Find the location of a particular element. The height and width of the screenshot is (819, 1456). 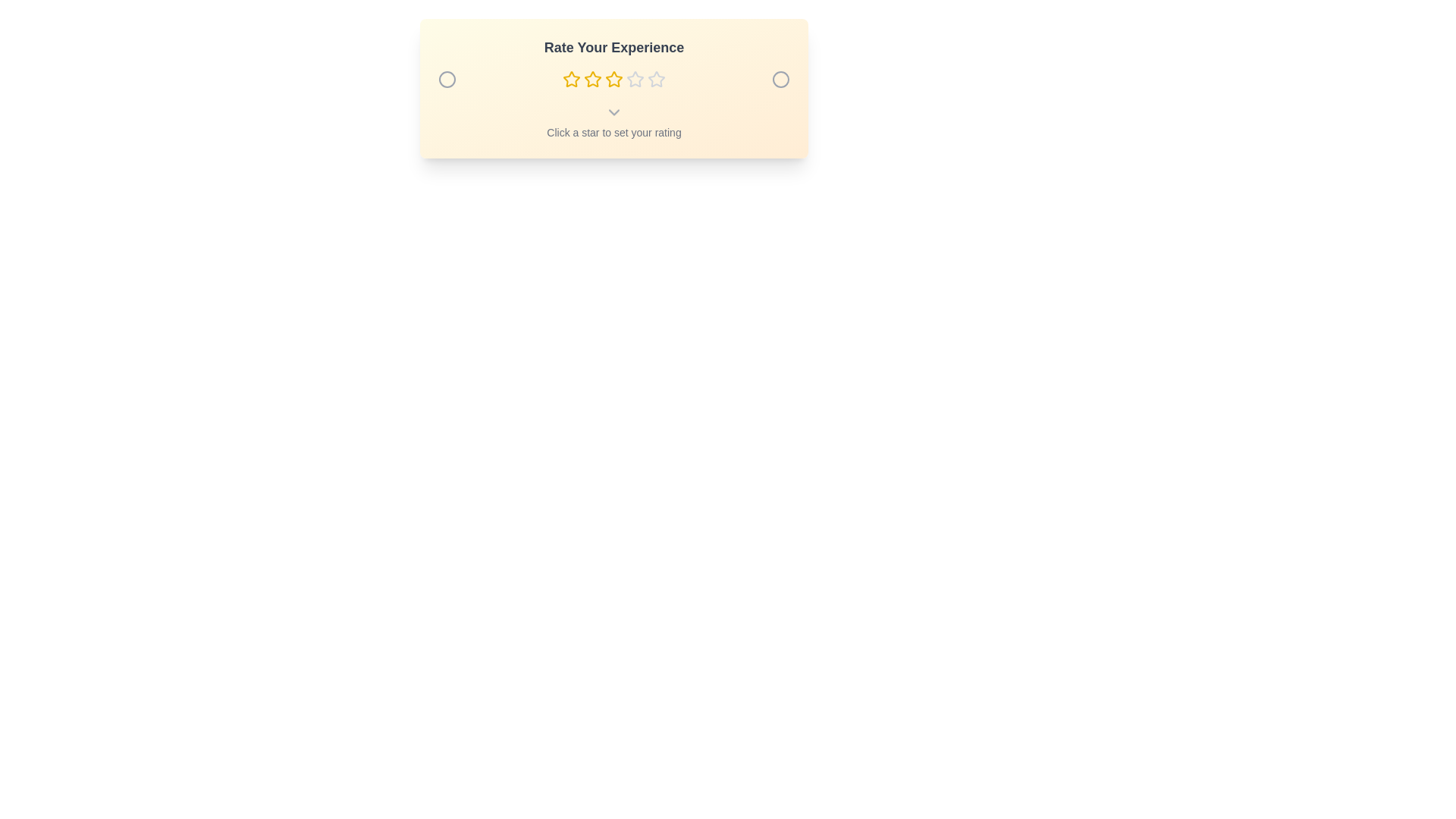

the star representing the desired rating 1 is located at coordinates (570, 79).